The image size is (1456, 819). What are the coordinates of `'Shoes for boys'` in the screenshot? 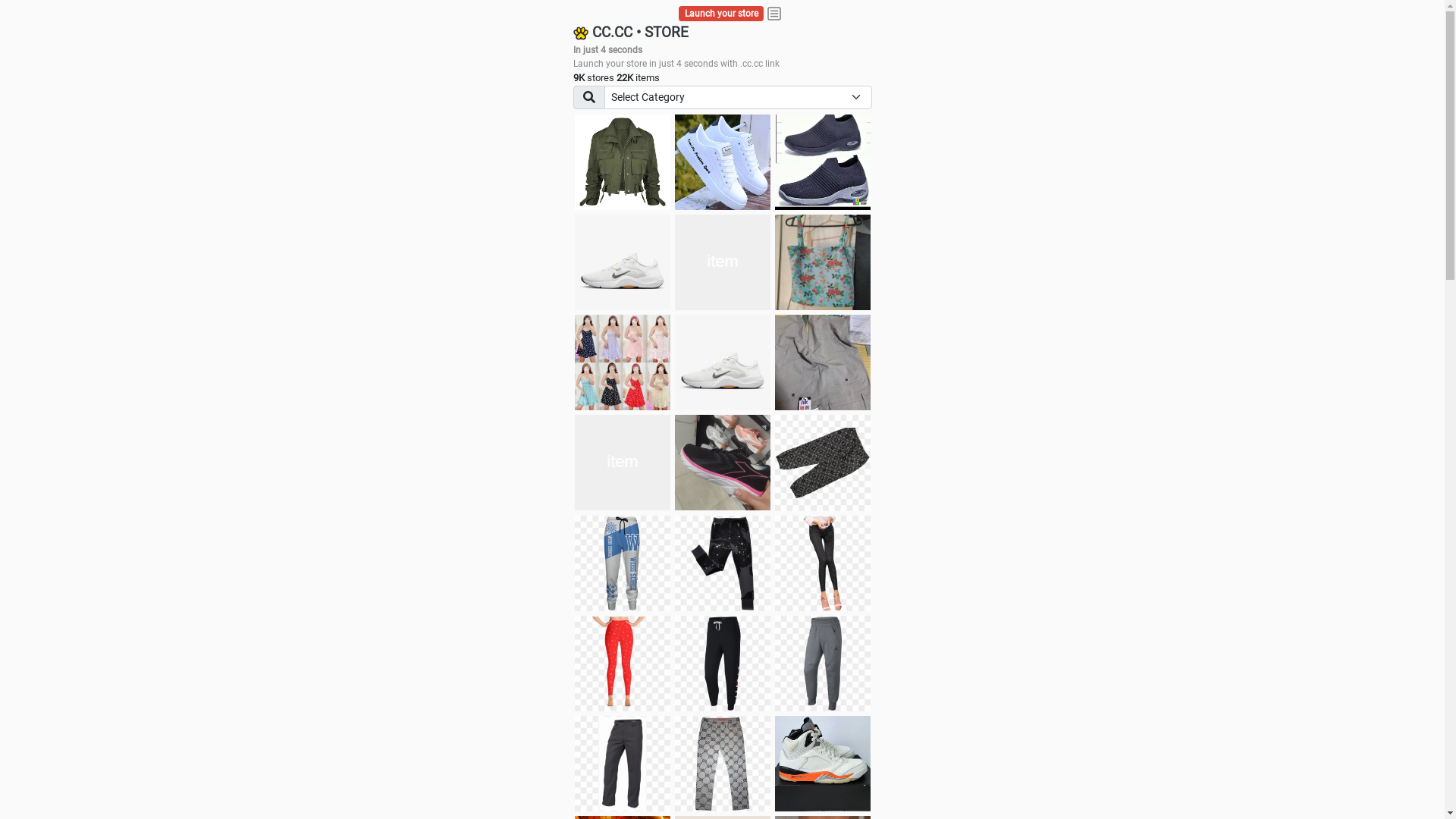 It's located at (622, 262).